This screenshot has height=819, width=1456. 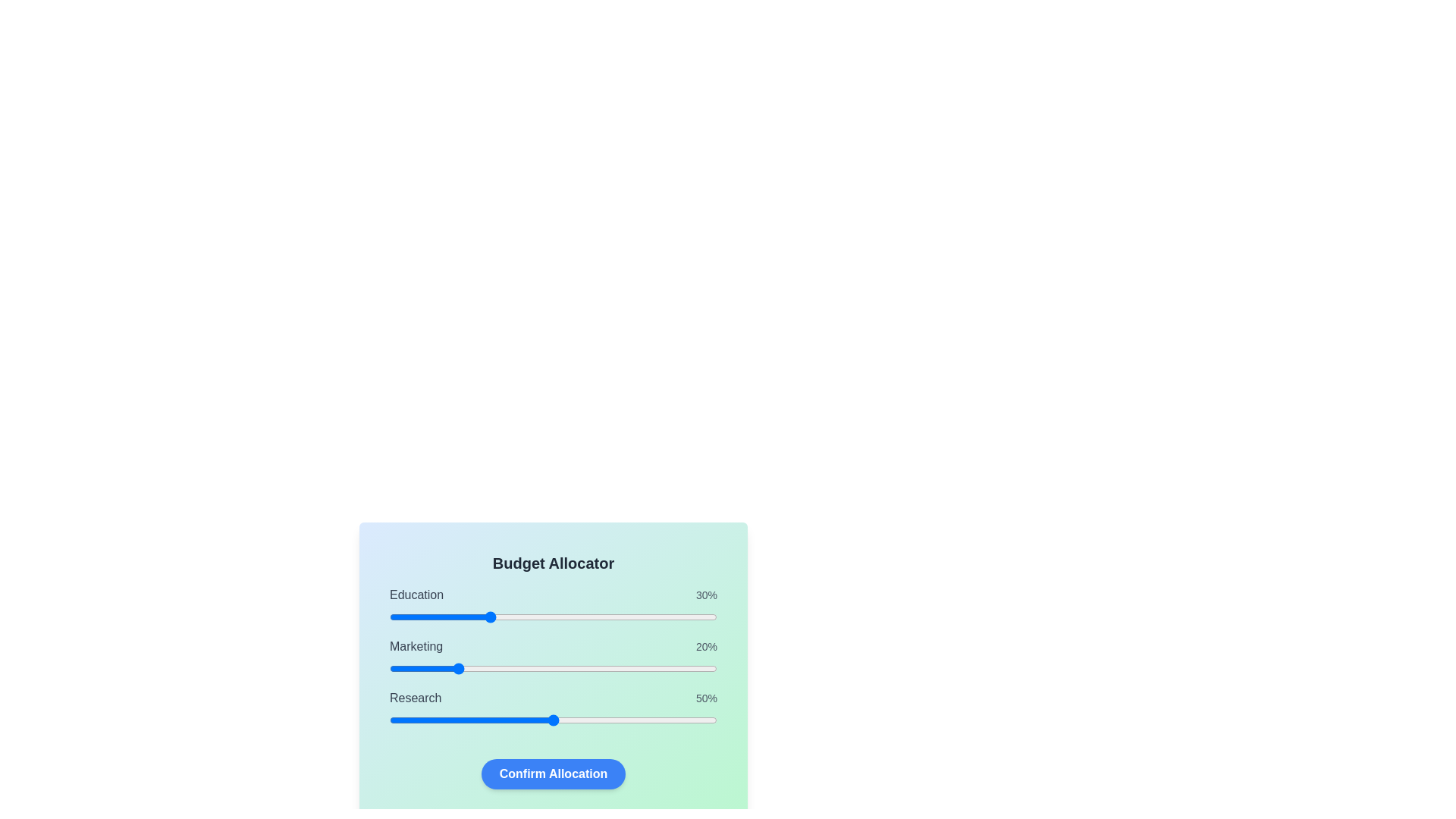 I want to click on the Education slider to 58%, so click(x=579, y=617).